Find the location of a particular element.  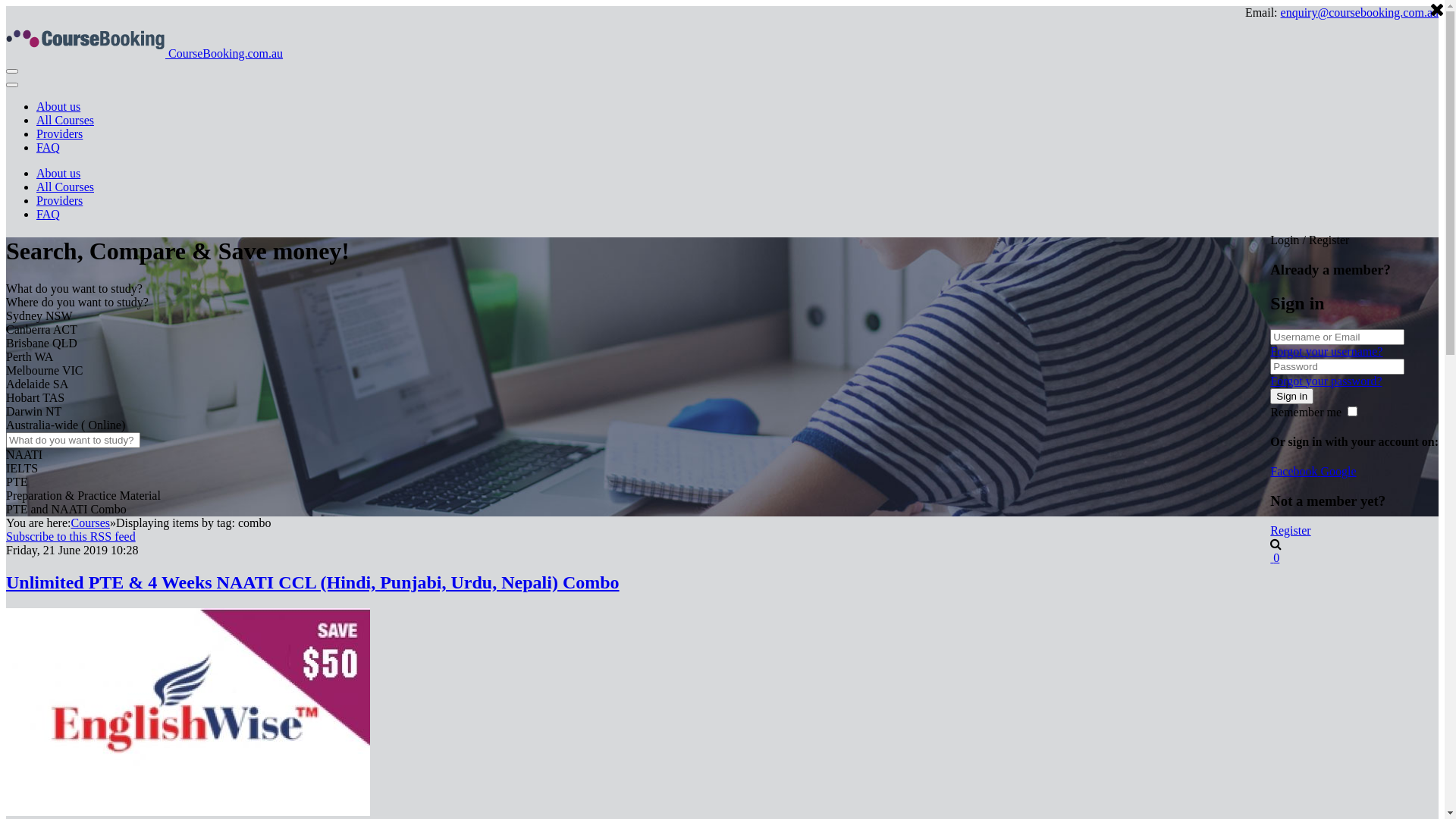

'CourseBooking.com.au' is located at coordinates (6, 52).